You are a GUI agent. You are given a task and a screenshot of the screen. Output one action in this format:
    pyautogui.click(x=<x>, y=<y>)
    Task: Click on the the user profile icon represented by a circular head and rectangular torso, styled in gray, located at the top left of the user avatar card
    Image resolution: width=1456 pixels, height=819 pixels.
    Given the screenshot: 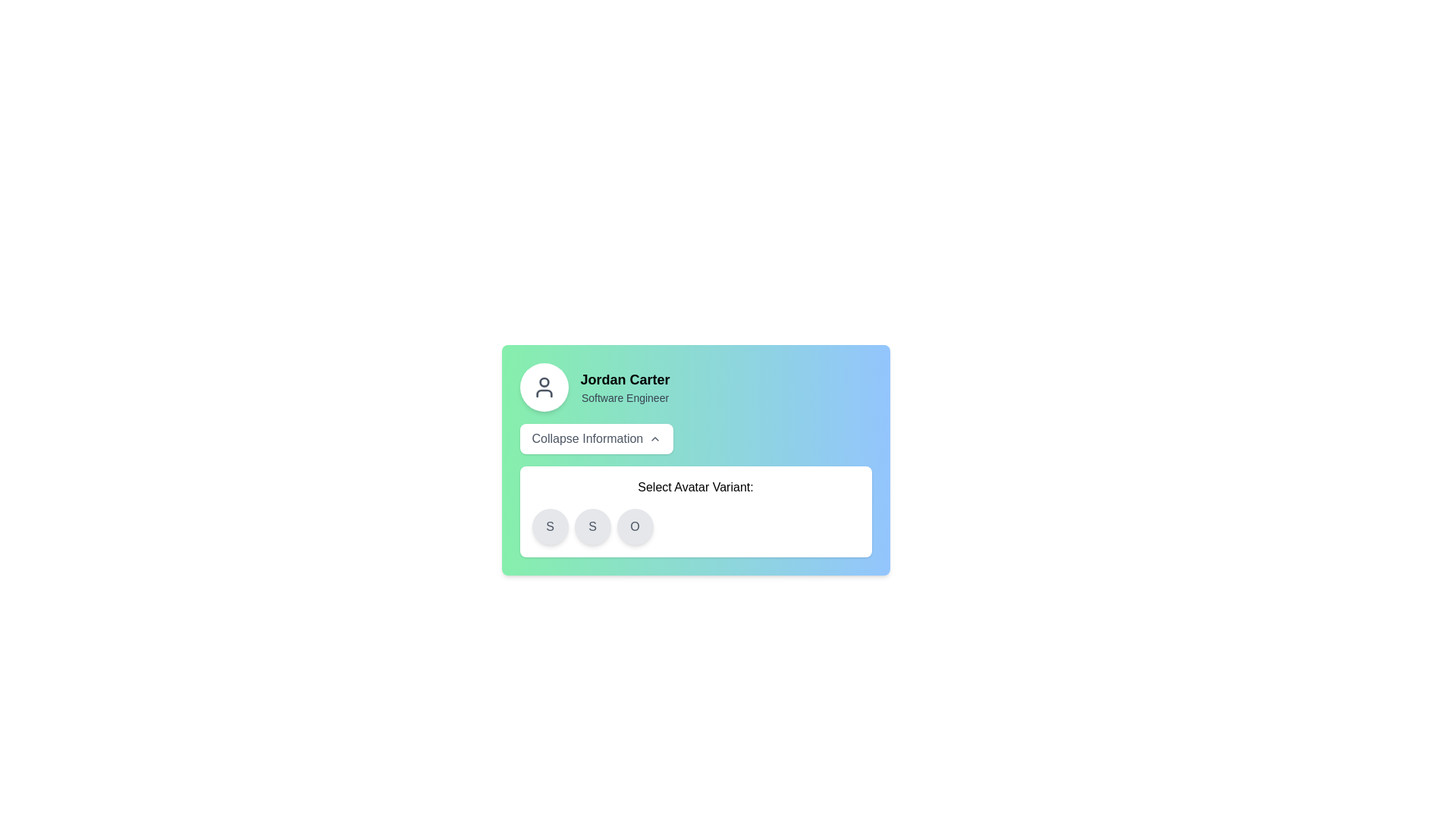 What is the action you would take?
    pyautogui.click(x=544, y=386)
    